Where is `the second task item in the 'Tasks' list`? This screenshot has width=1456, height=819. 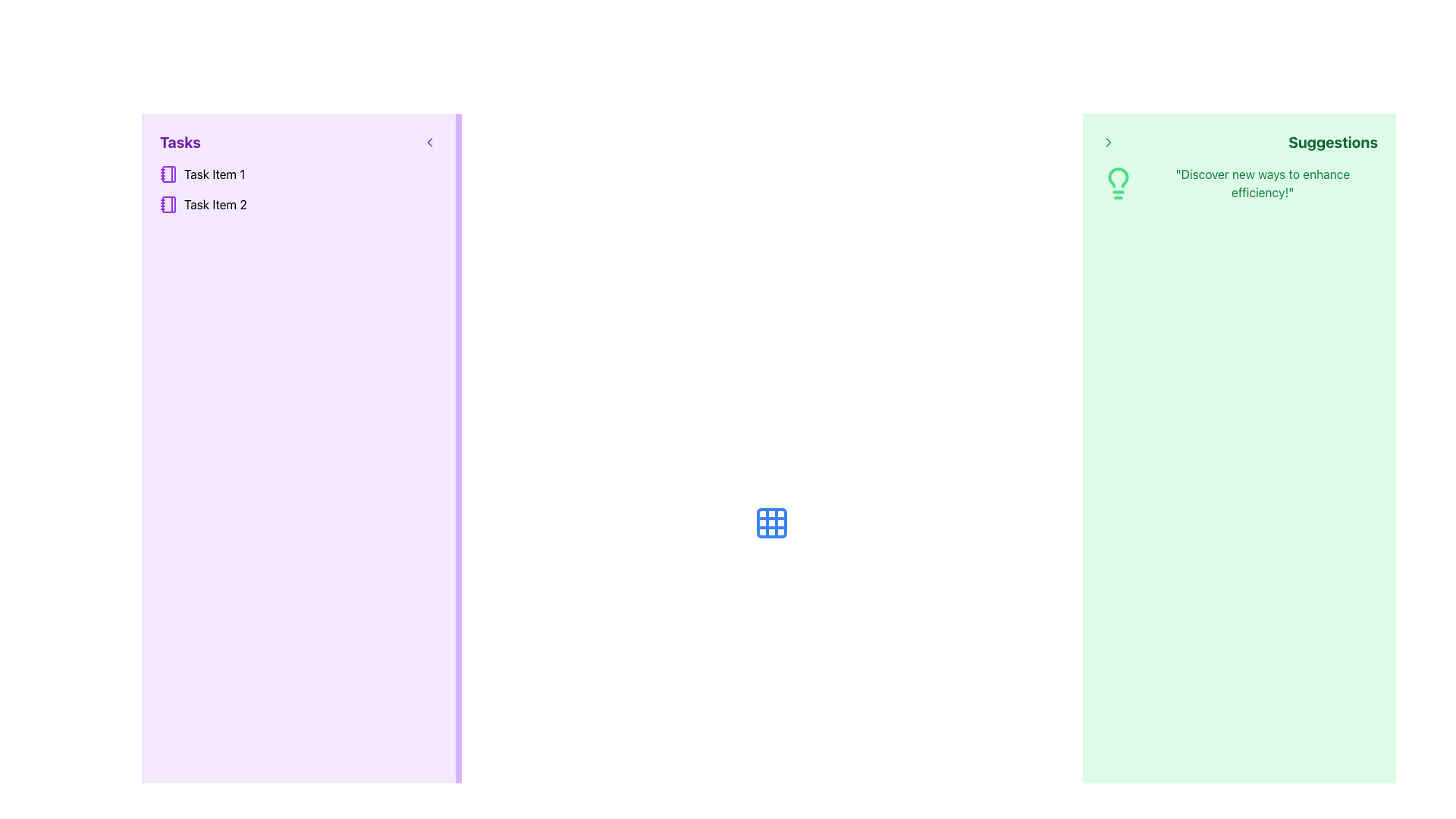 the second task item in the 'Tasks' list is located at coordinates (298, 205).